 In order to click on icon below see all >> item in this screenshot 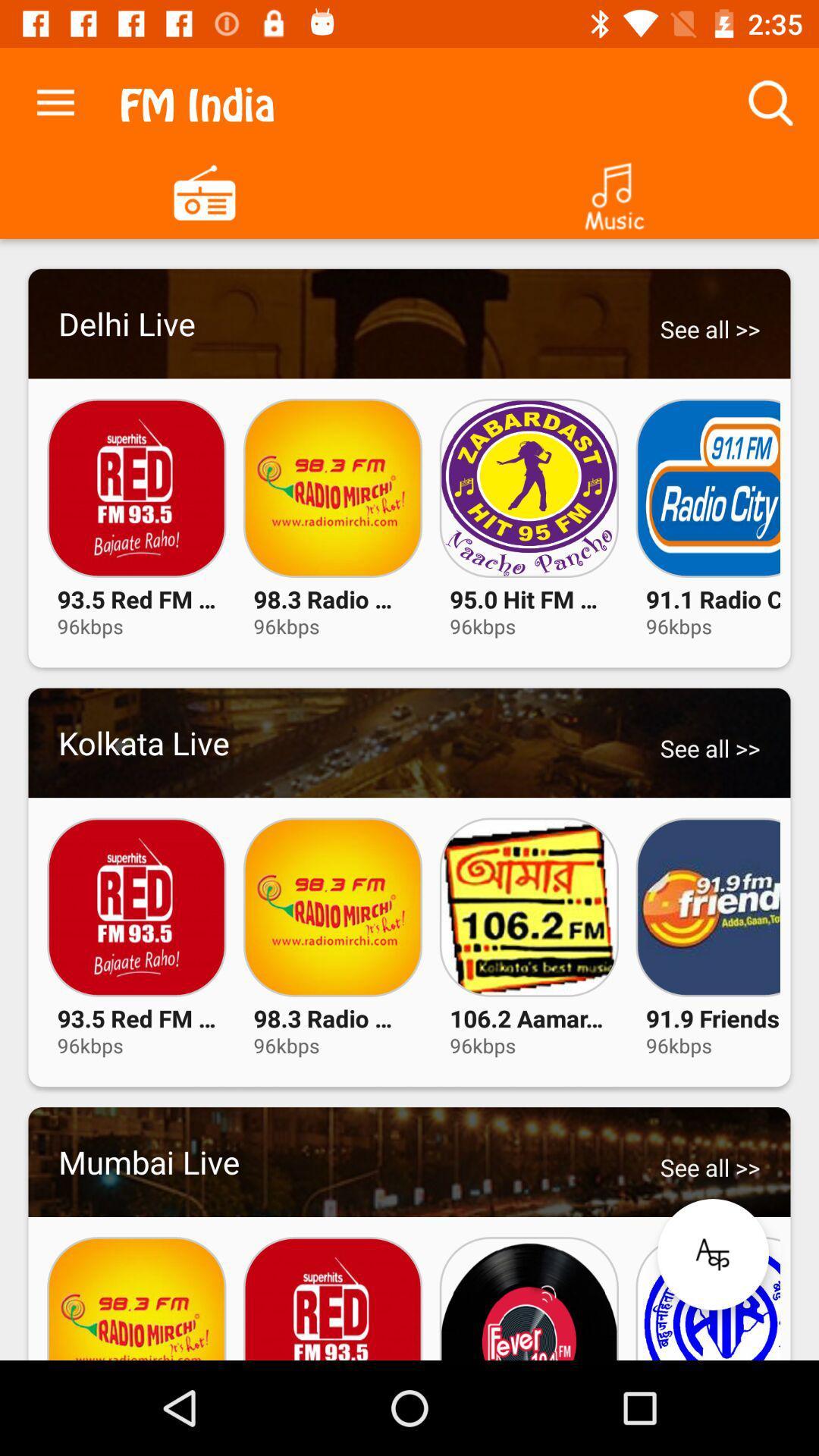, I will do `click(713, 1254)`.